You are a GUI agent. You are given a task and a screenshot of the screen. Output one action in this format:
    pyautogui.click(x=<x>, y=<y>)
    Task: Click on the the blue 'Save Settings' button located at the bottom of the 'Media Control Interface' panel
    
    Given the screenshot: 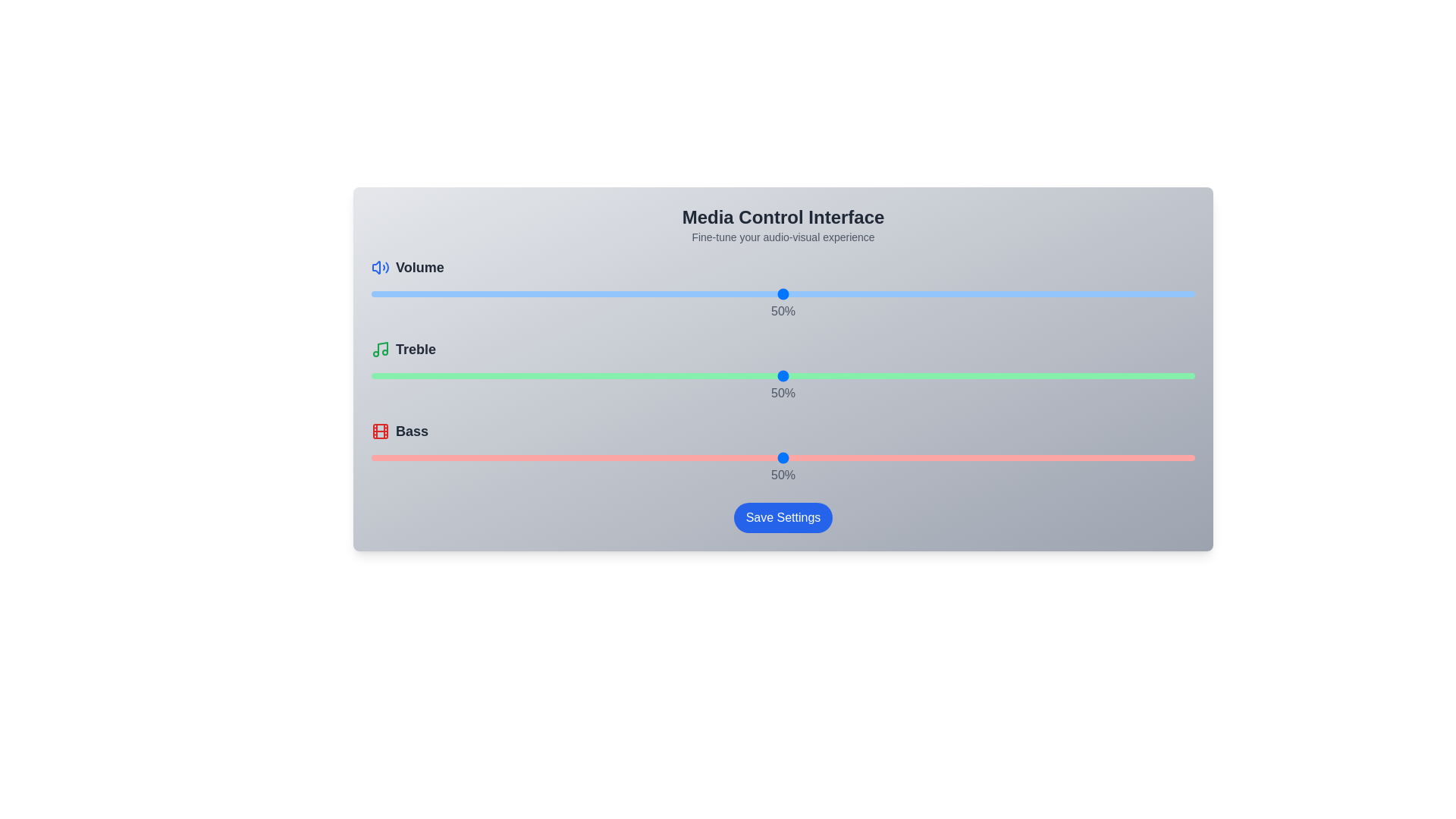 What is the action you would take?
    pyautogui.click(x=783, y=516)
    